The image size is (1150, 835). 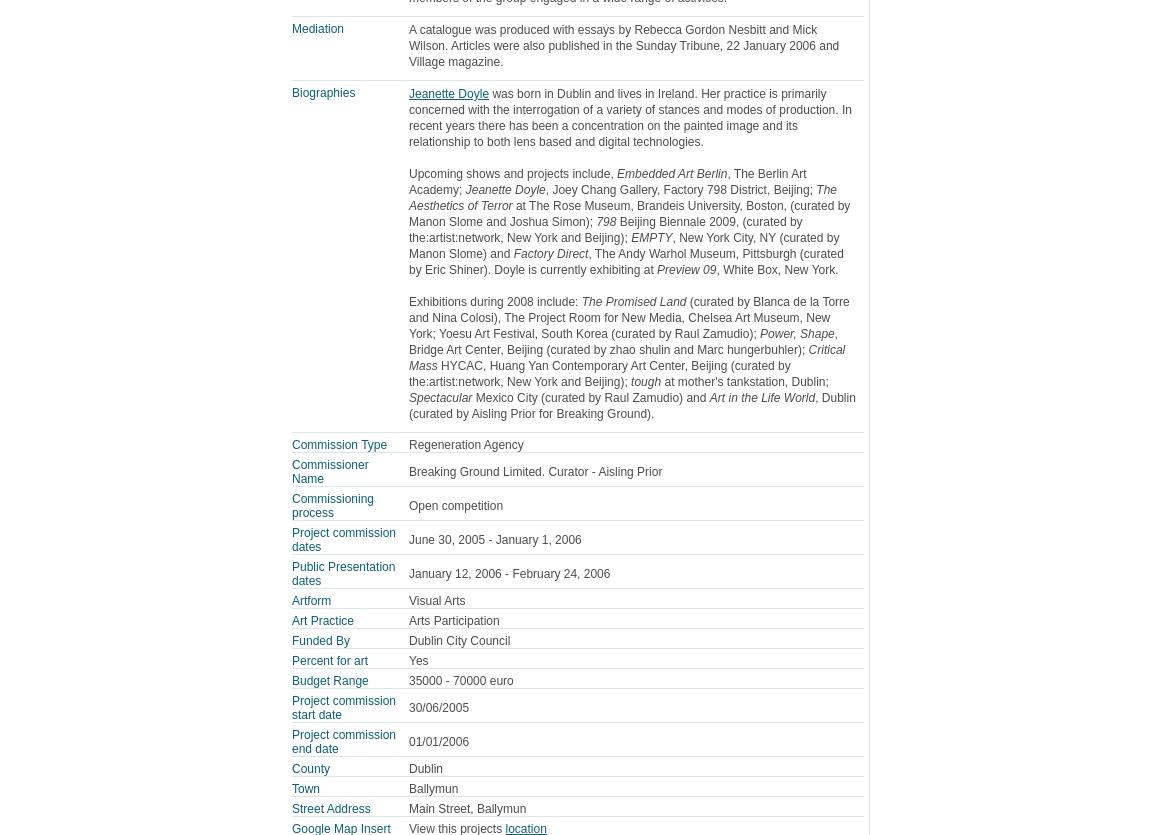 I want to click on 'Biographies', so click(x=323, y=92).